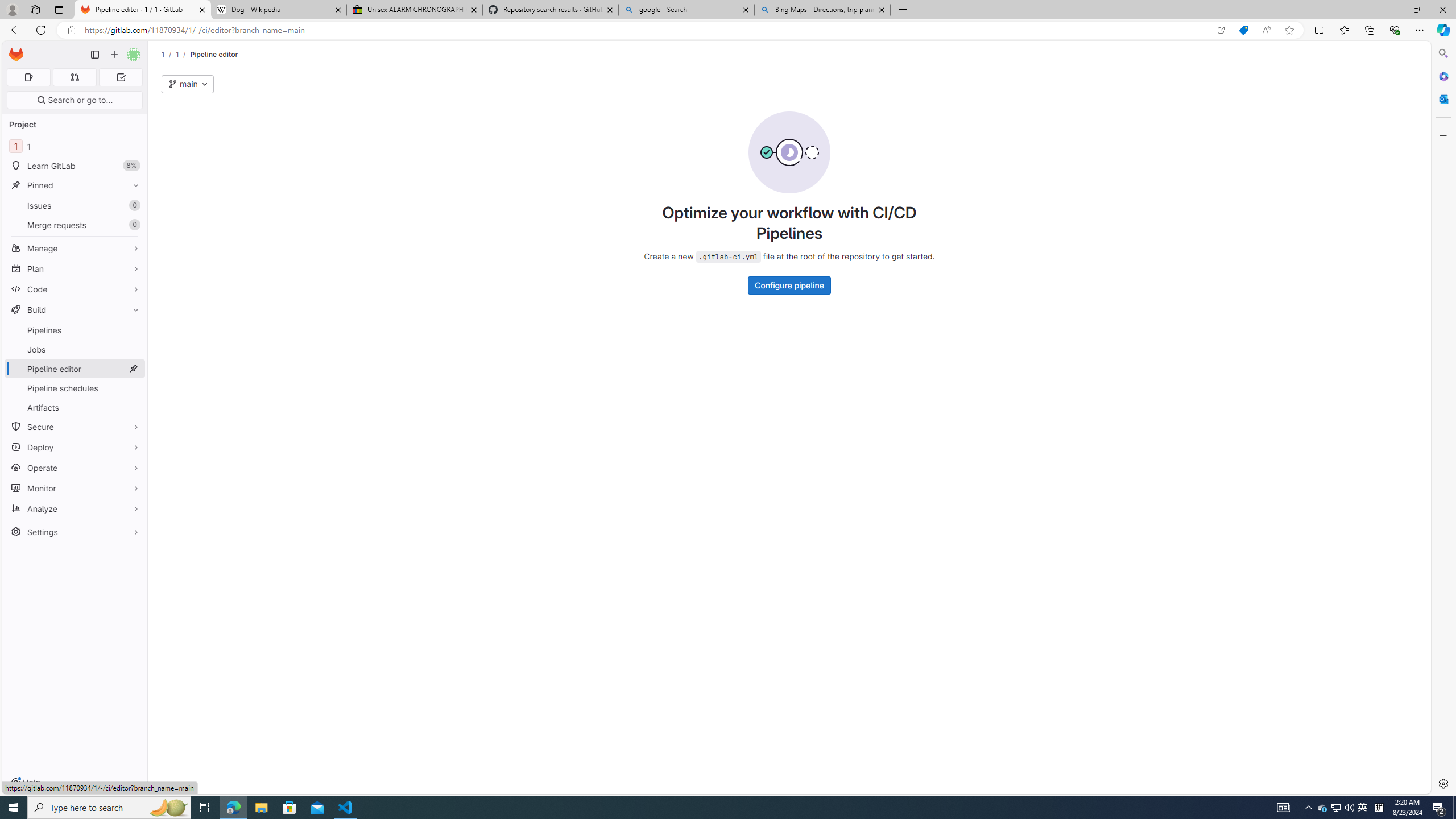 This screenshot has width=1456, height=819. Describe the element at coordinates (133, 387) in the screenshot. I see `'Pin Pipeline schedules'` at that location.